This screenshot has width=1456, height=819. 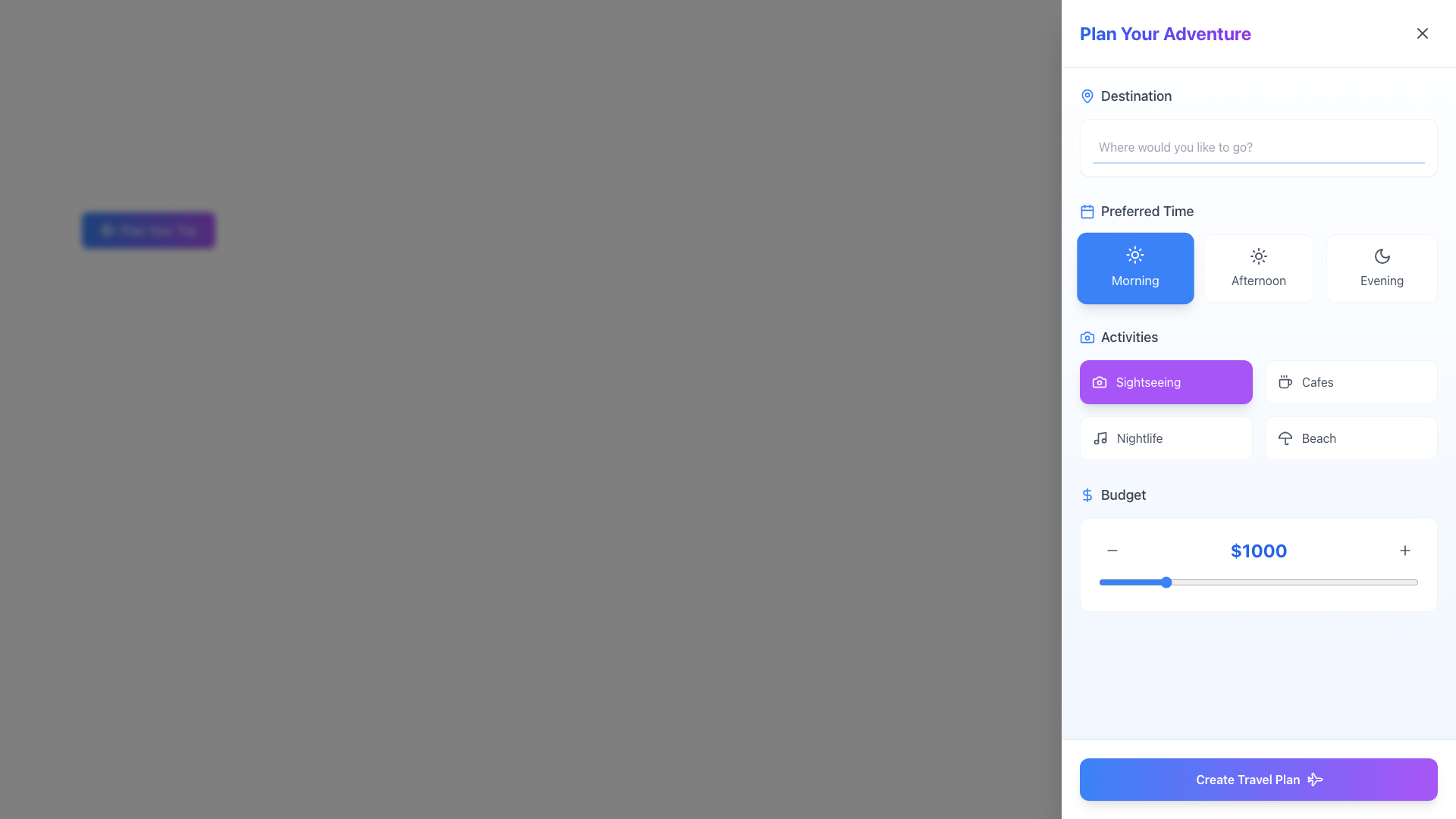 I want to click on the budget value, so click(x=1402, y=581).